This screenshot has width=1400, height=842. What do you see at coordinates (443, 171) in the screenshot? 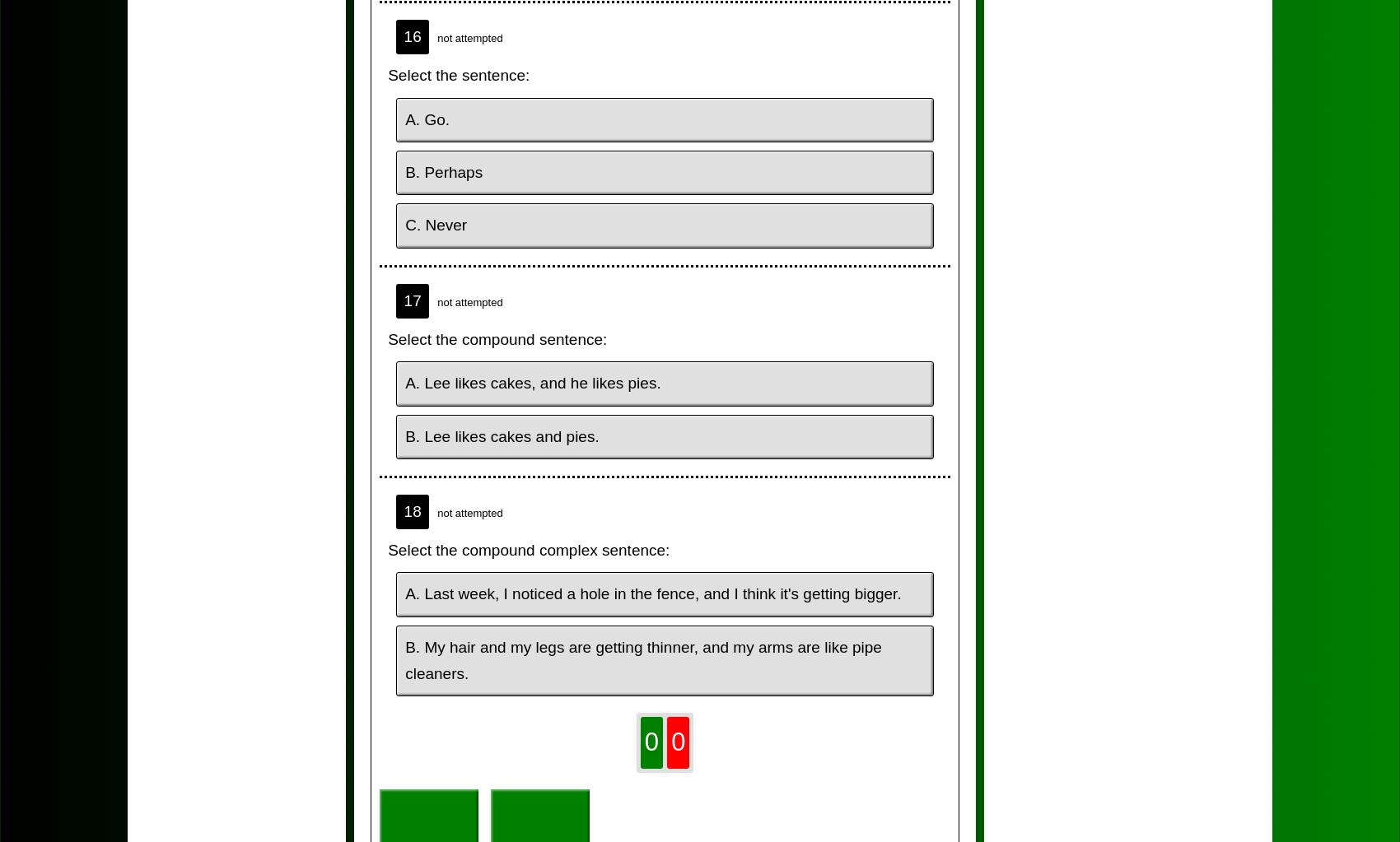
I see `'B. Perhaps'` at bounding box center [443, 171].